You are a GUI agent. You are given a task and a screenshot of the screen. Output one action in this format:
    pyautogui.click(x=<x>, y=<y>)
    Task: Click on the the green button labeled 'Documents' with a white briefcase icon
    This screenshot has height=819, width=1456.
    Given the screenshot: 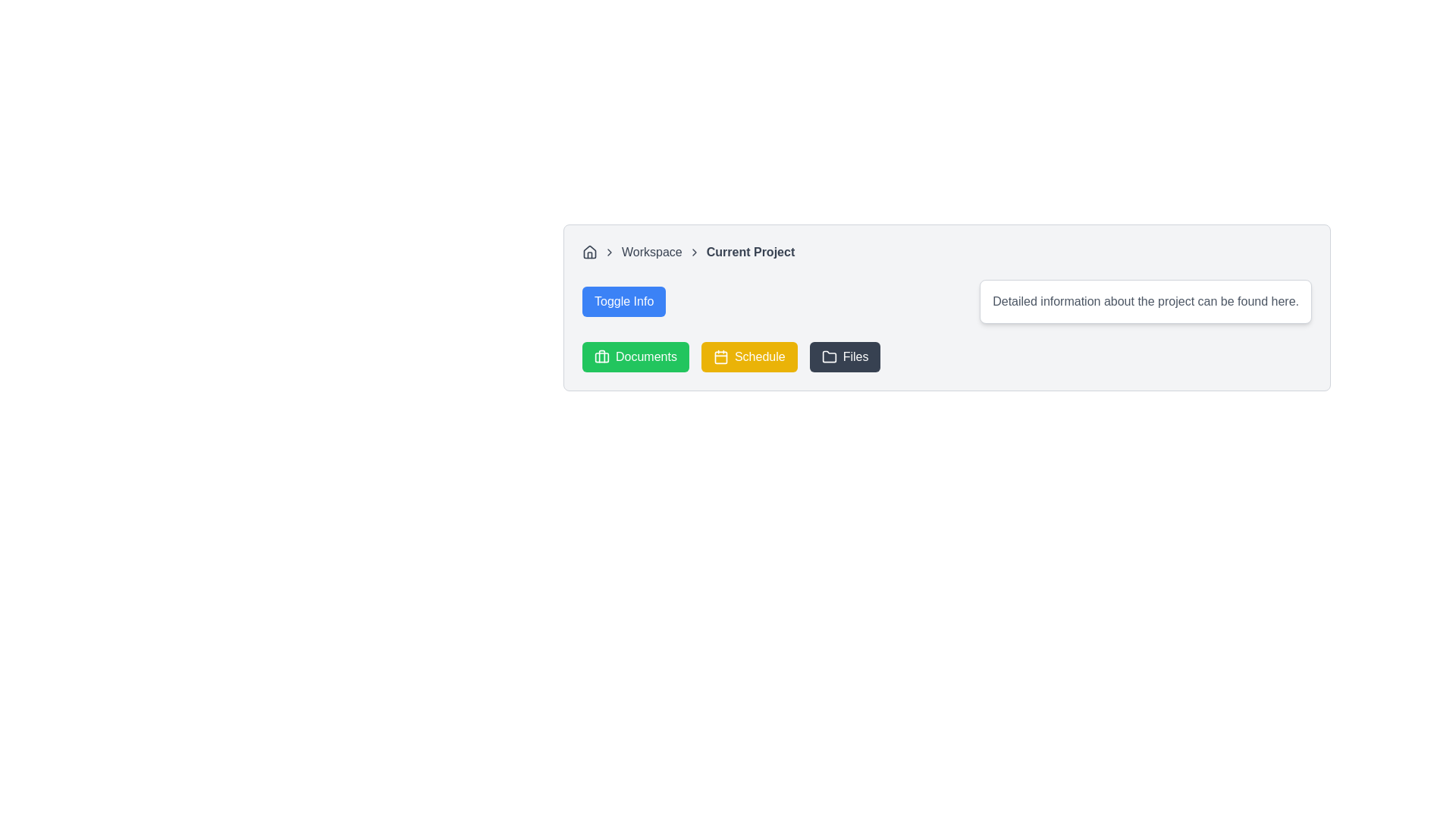 What is the action you would take?
    pyautogui.click(x=635, y=356)
    